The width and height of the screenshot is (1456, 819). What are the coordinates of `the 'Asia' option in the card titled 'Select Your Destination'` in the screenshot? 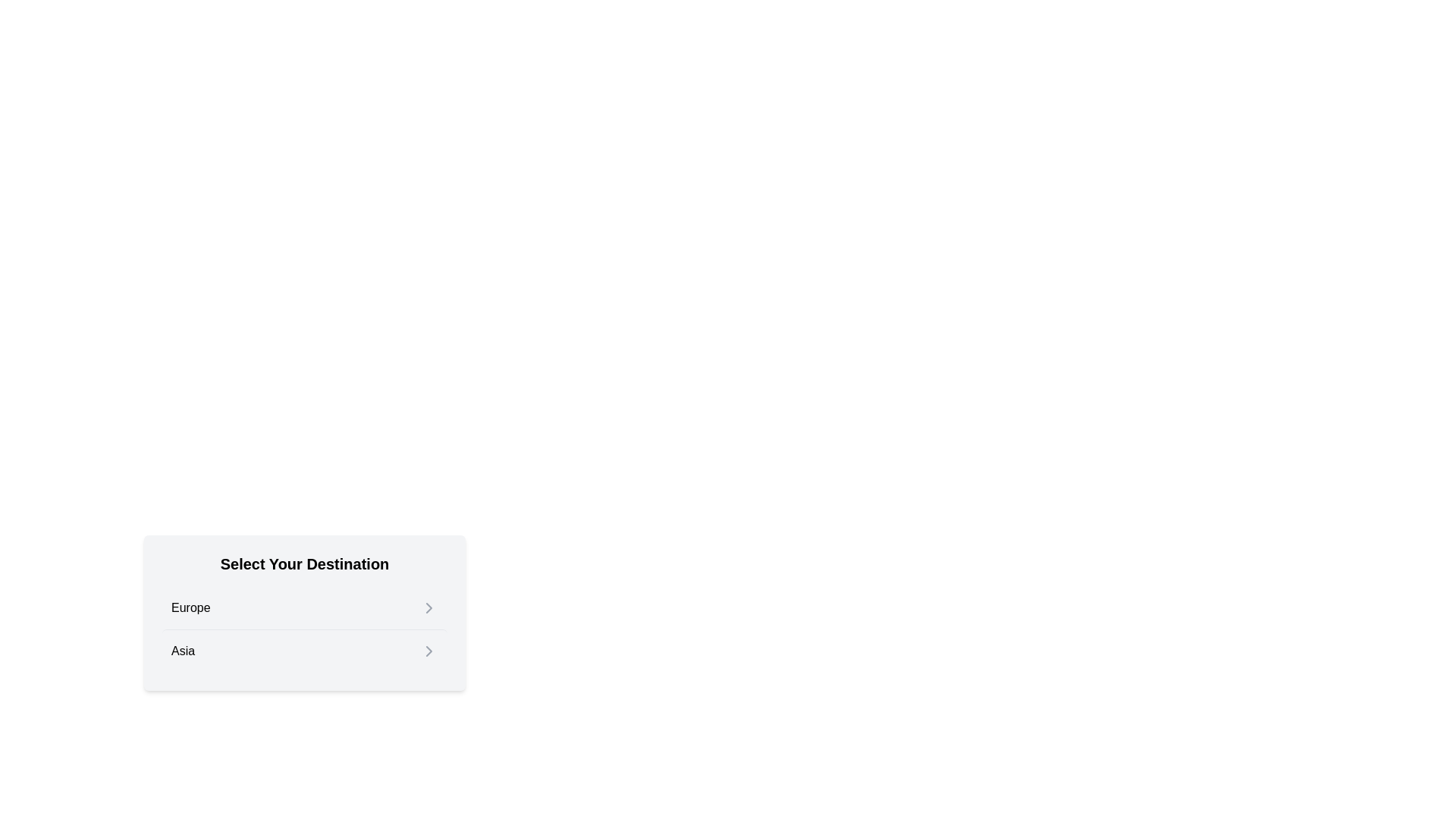 It's located at (304, 645).